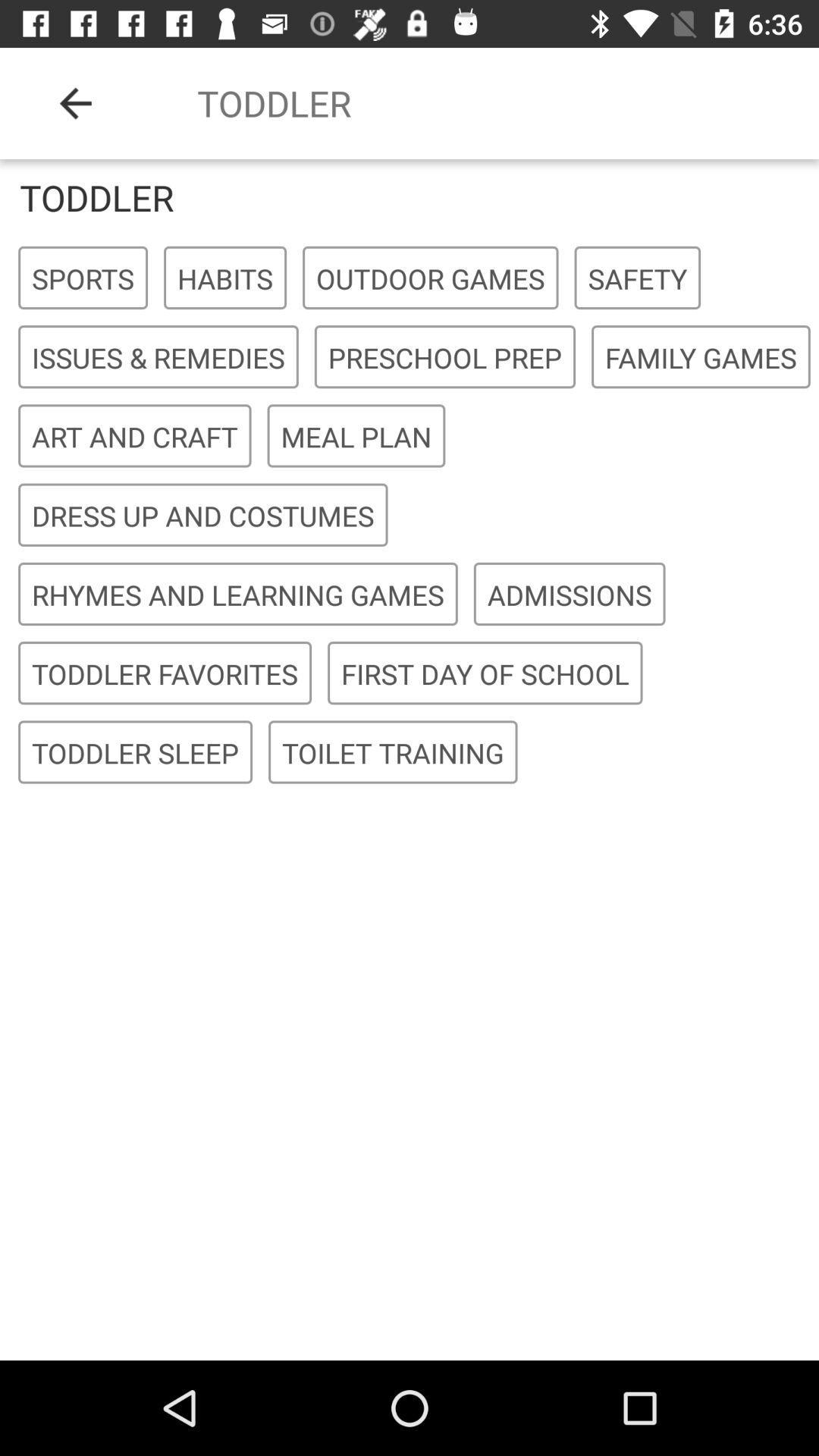  I want to click on icon next to sports, so click(225, 278).